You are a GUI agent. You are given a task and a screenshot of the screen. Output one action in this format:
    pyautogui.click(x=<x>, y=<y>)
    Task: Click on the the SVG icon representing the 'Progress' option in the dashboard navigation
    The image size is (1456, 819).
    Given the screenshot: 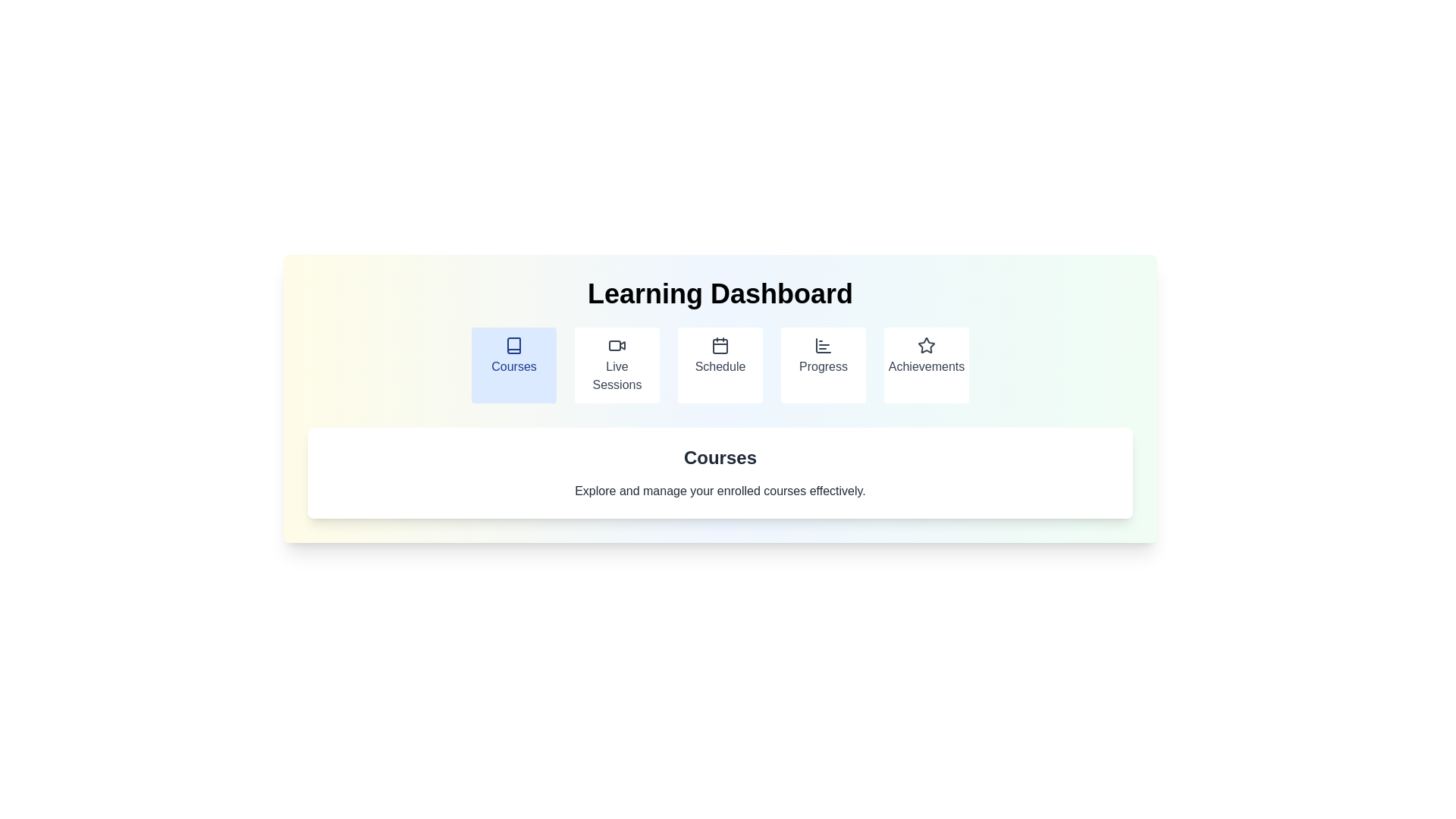 What is the action you would take?
    pyautogui.click(x=822, y=345)
    